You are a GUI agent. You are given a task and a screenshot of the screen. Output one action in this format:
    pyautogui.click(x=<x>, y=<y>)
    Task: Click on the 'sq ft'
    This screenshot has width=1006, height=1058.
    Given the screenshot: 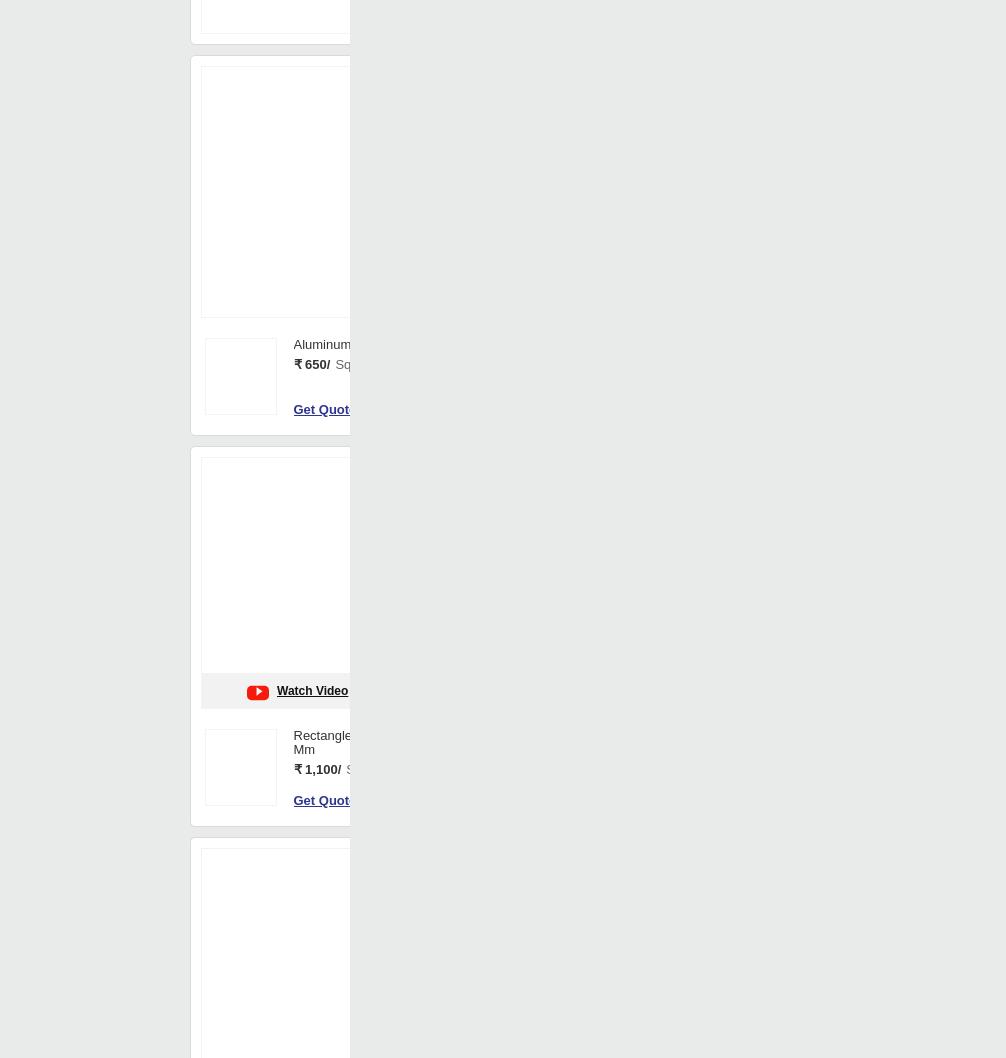 What is the action you would take?
    pyautogui.click(x=806, y=959)
    